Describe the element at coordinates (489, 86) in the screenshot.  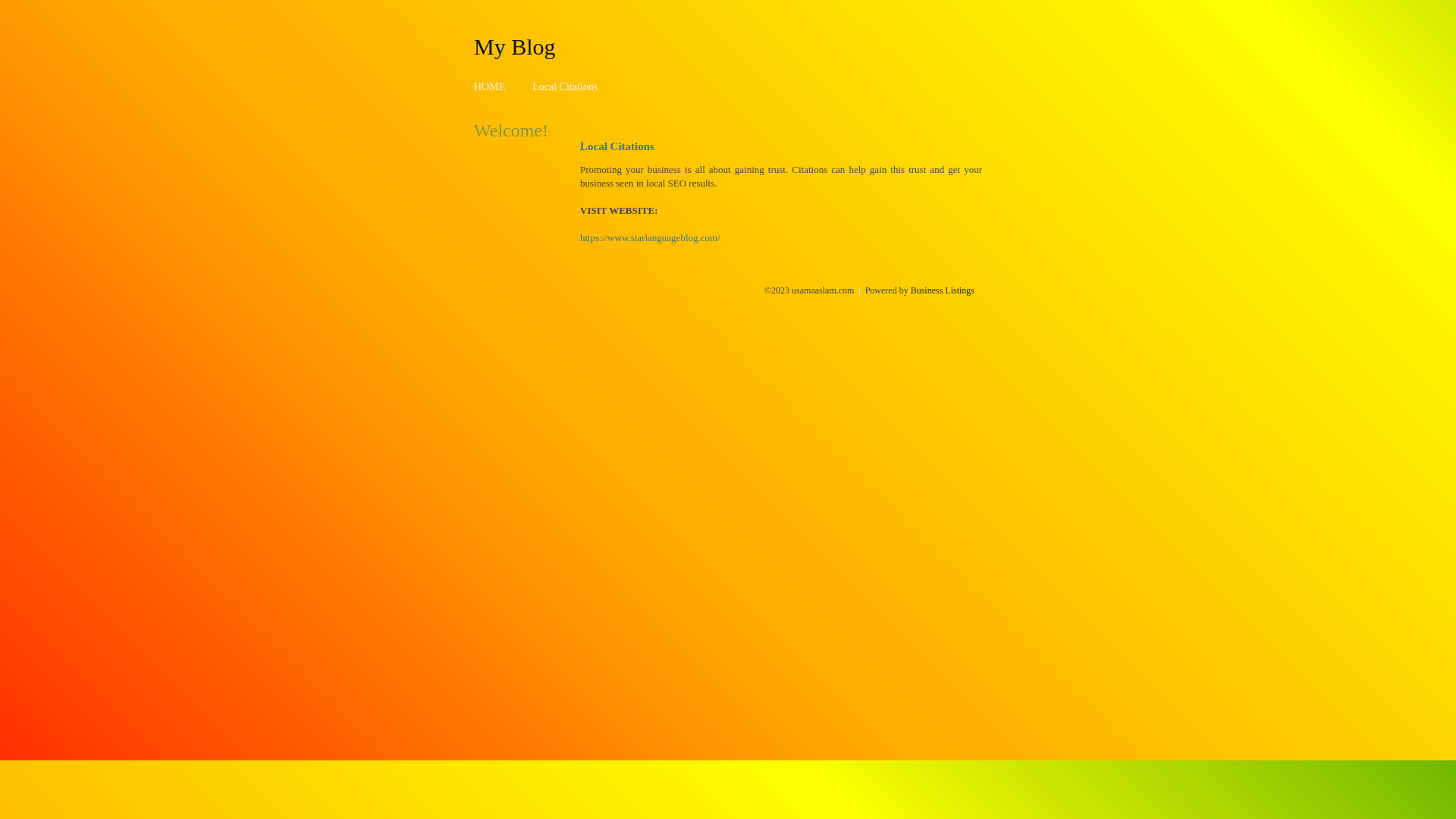
I see `'HOME'` at that location.